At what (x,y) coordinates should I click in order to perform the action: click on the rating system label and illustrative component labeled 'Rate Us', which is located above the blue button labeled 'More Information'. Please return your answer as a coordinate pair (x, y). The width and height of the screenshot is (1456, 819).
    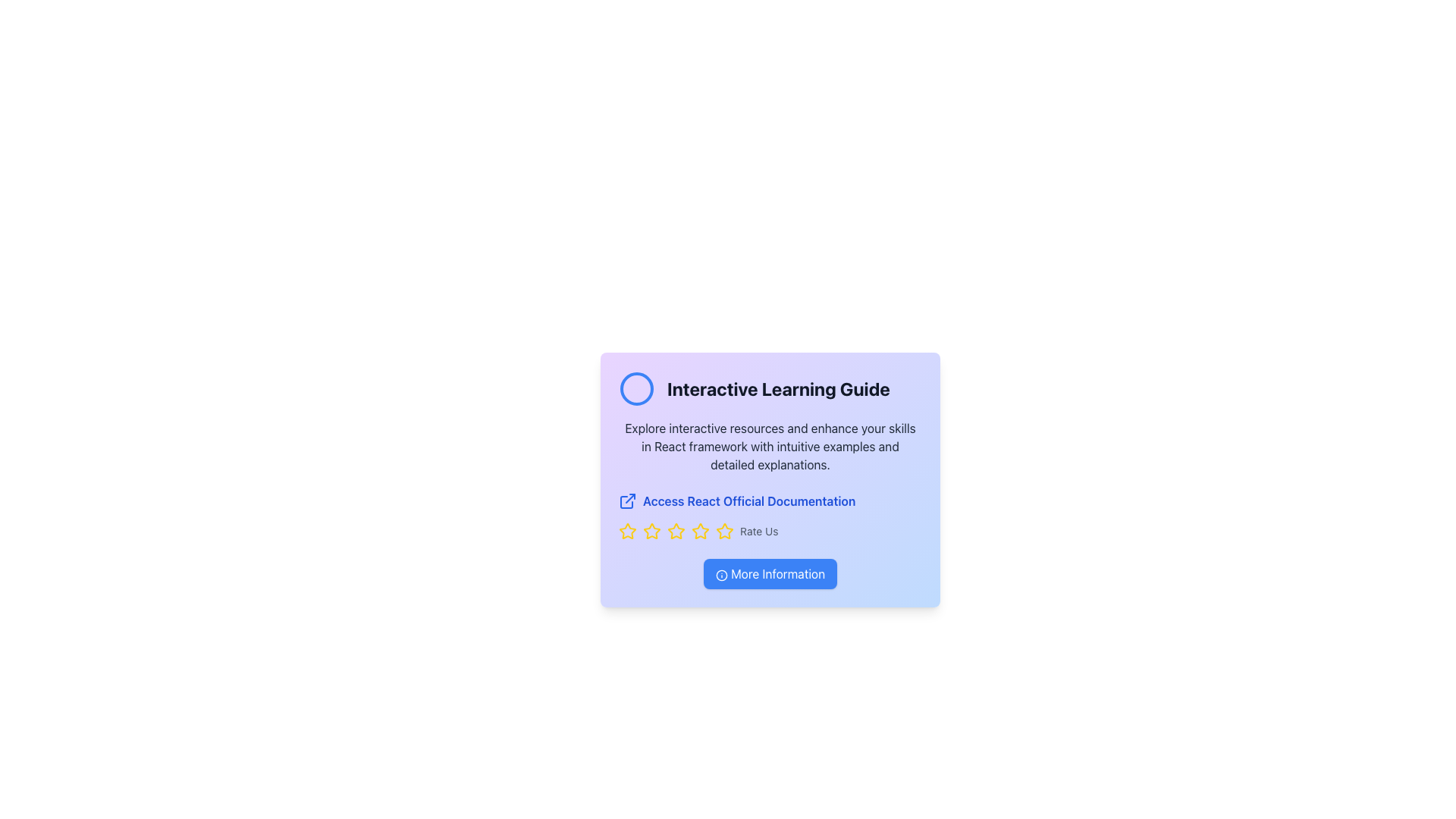
    Looking at the image, I should click on (770, 531).